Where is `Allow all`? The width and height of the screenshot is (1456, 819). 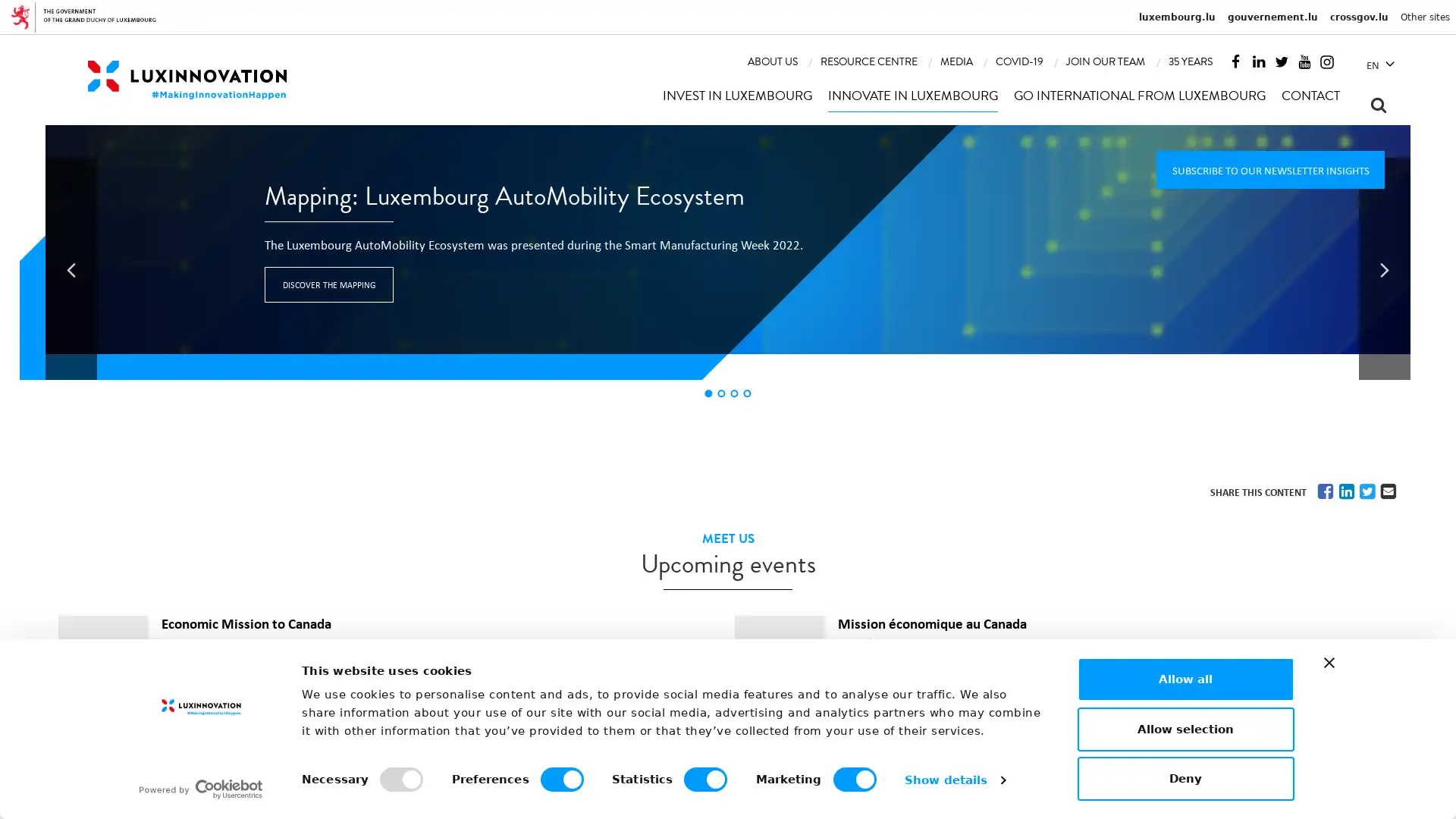 Allow all is located at coordinates (1185, 678).